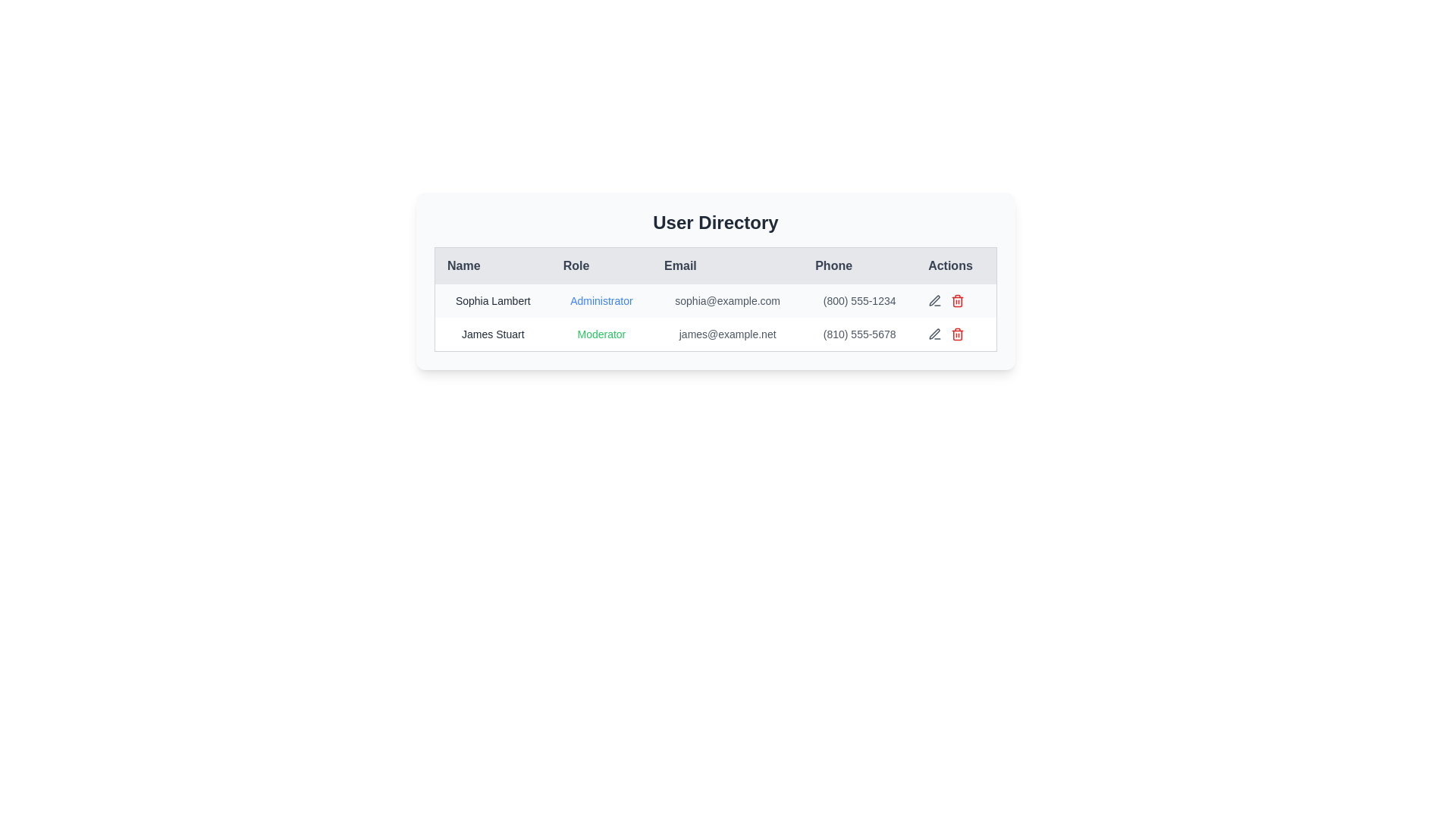 The width and height of the screenshot is (1456, 819). What do you see at coordinates (726, 334) in the screenshot?
I see `the text label displaying the email address 'james@example.net' associated with user James Stuart in the user directory table` at bounding box center [726, 334].